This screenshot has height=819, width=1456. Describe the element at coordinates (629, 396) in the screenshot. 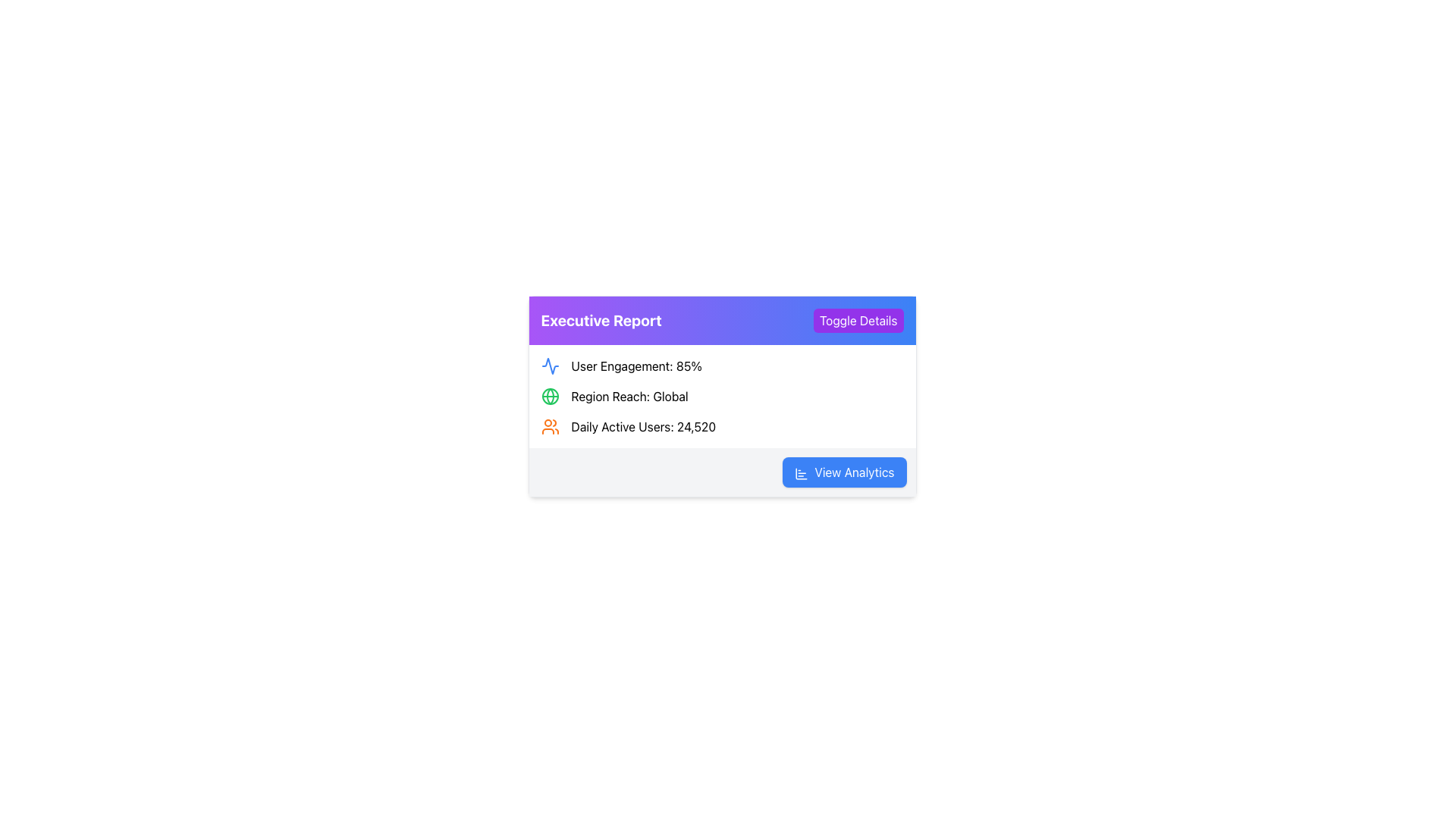

I see `the text label that displays 'Region Reach: Global', which is located in the second row of a vertical list under the purple header 'Executive Report'` at that location.